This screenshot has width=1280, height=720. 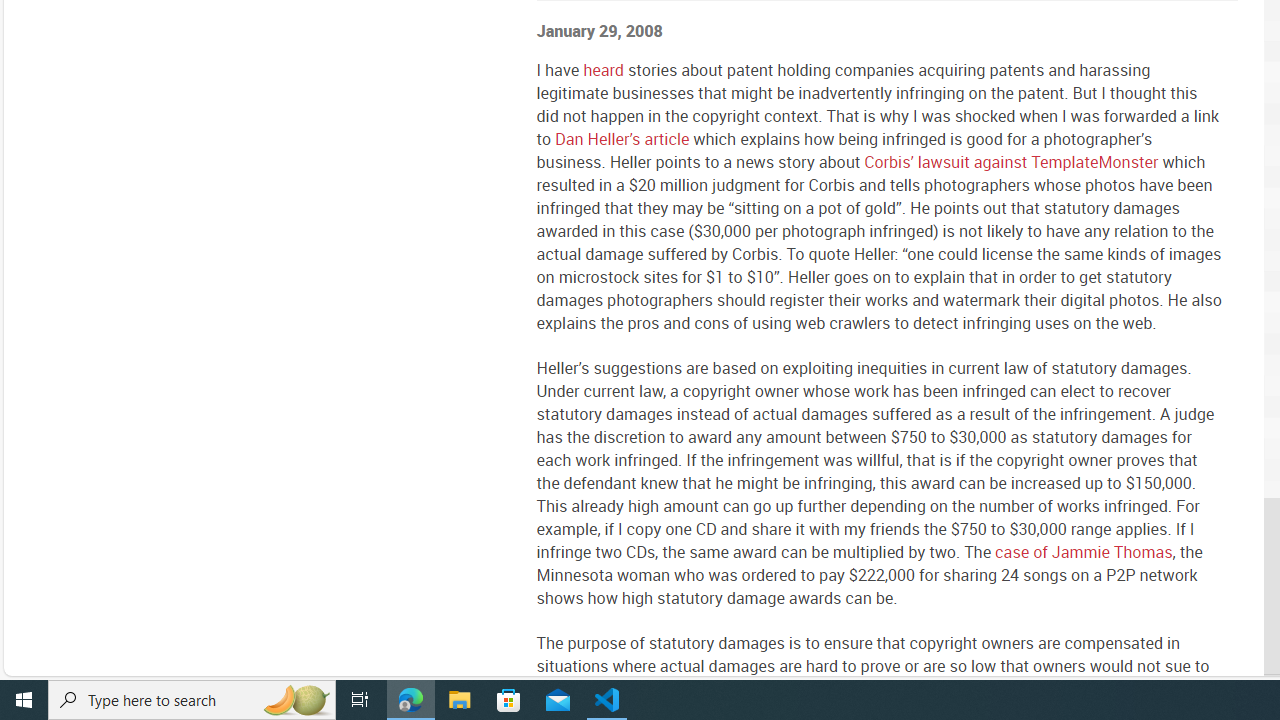 I want to click on 'case of Jammie Thomas', so click(x=1082, y=551).